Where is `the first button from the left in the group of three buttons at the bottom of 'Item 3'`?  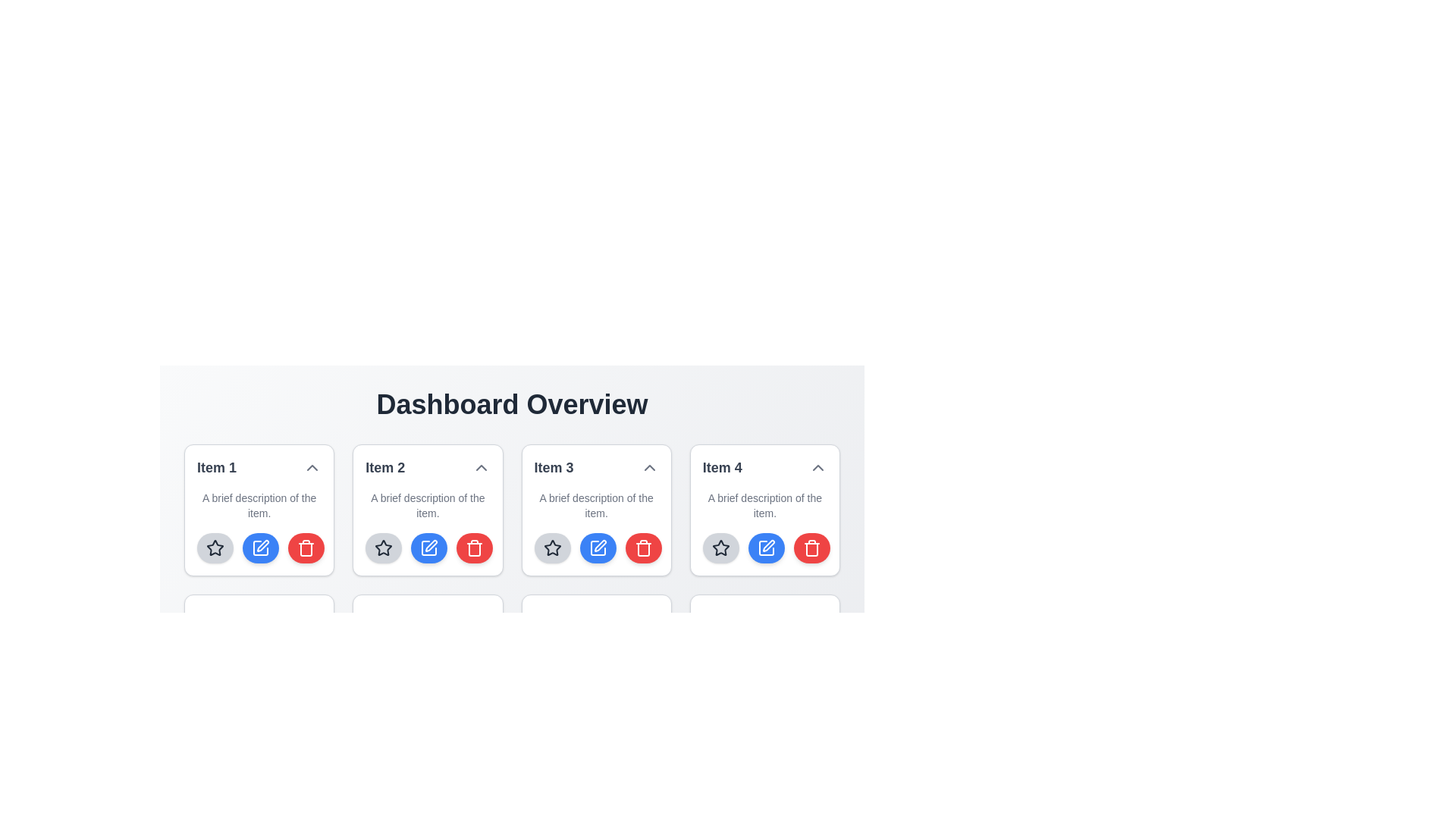
the first button from the left in the group of three buttons at the bottom of 'Item 3' is located at coordinates (384, 698).